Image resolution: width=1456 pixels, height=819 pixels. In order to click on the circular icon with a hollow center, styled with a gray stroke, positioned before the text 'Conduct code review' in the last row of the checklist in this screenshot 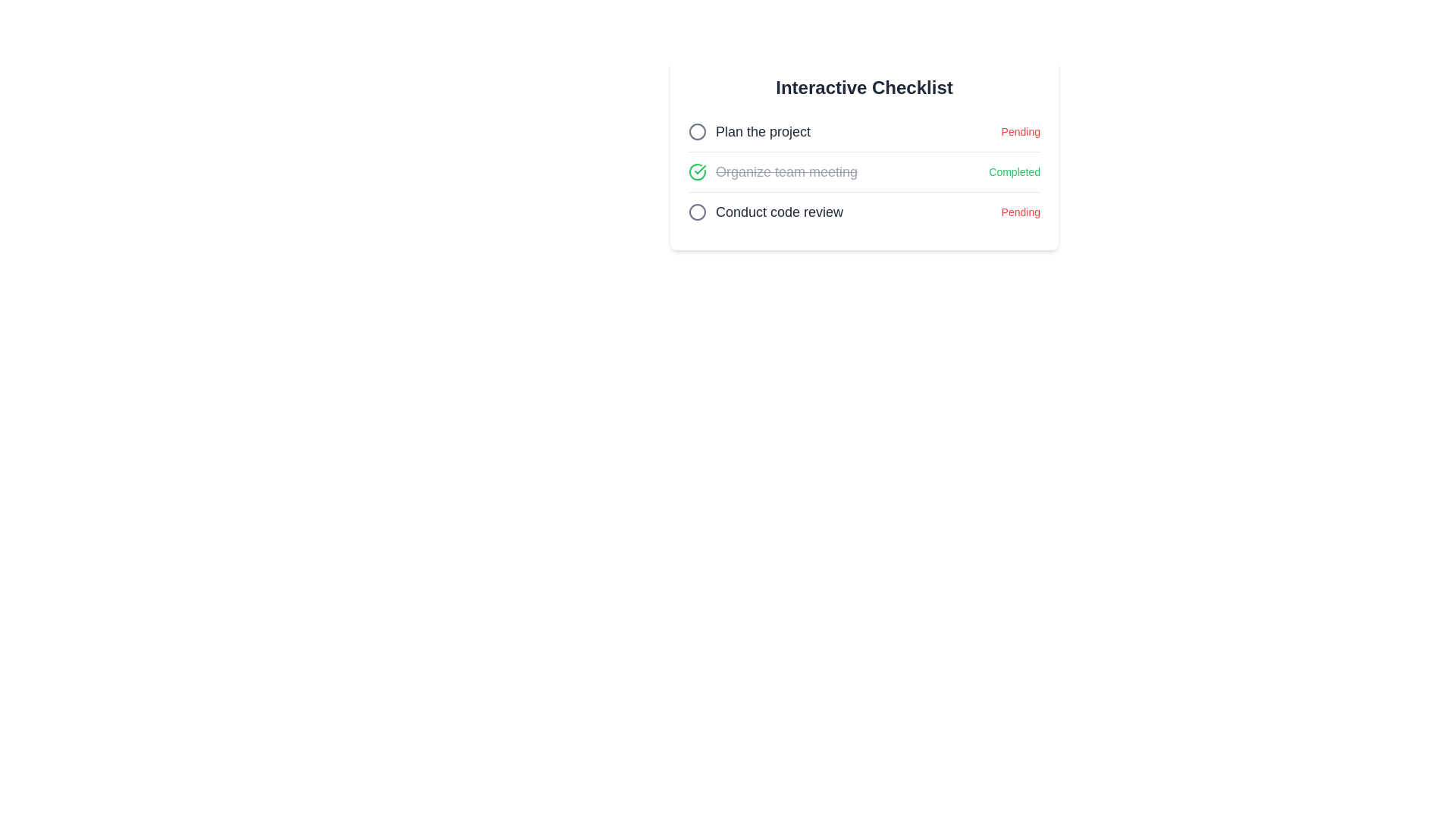, I will do `click(697, 212)`.